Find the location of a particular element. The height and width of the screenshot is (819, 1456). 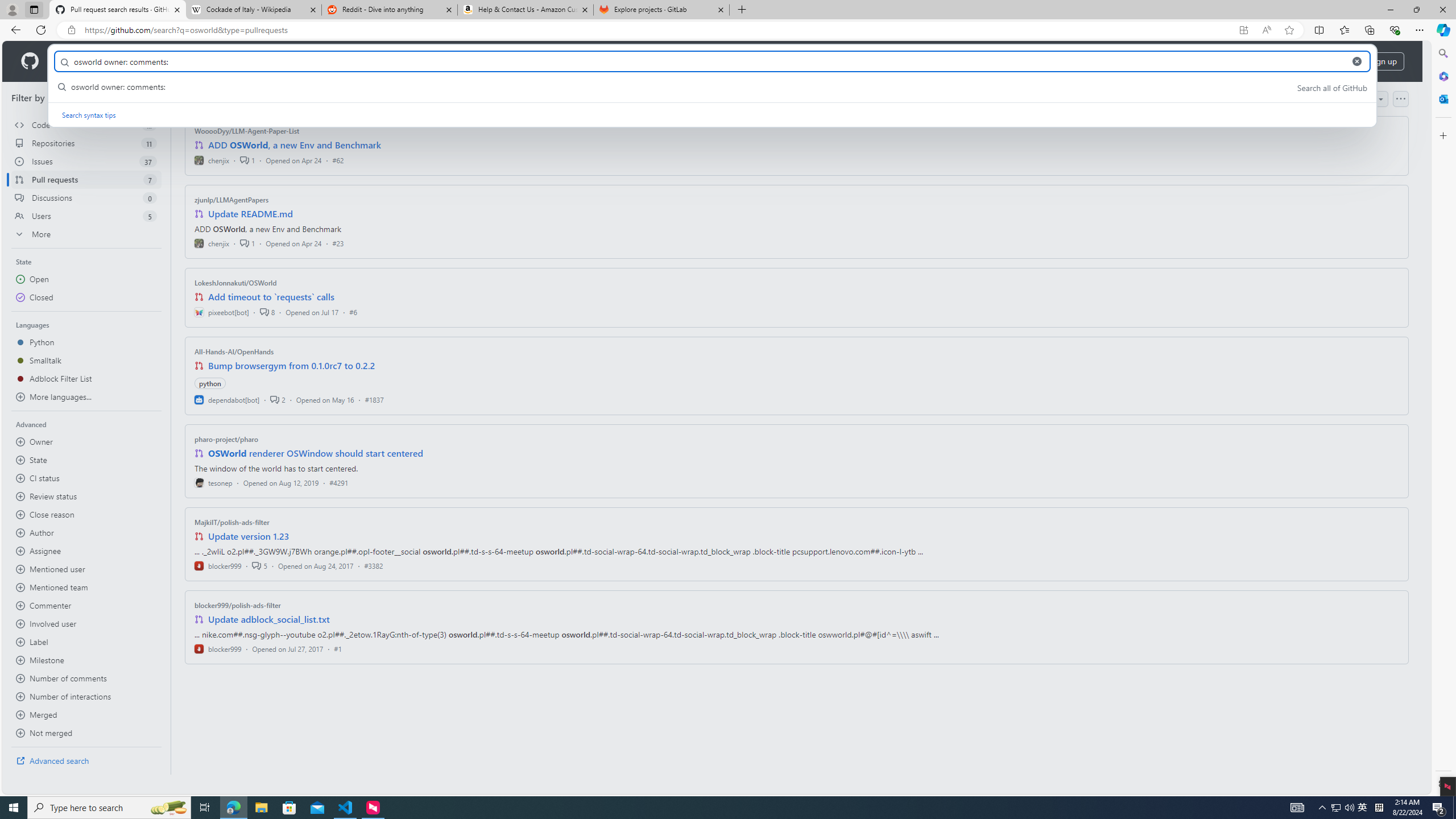

'Advanced search' is located at coordinates (86, 760).